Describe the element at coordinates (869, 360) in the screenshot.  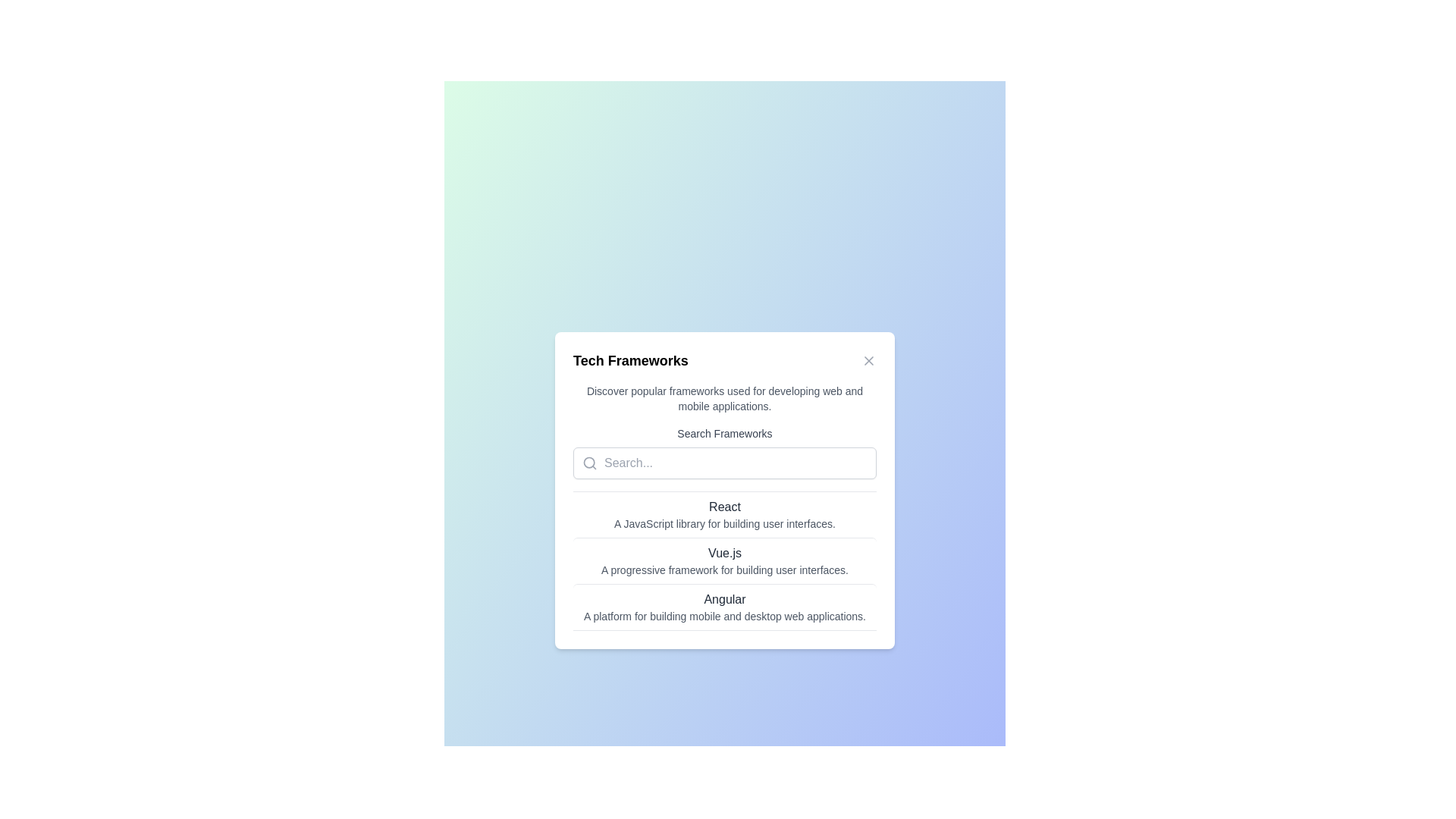
I see `the rounded X-shaped icon button on the far right of the header bar labeled 'Tech Frameworks'` at that location.